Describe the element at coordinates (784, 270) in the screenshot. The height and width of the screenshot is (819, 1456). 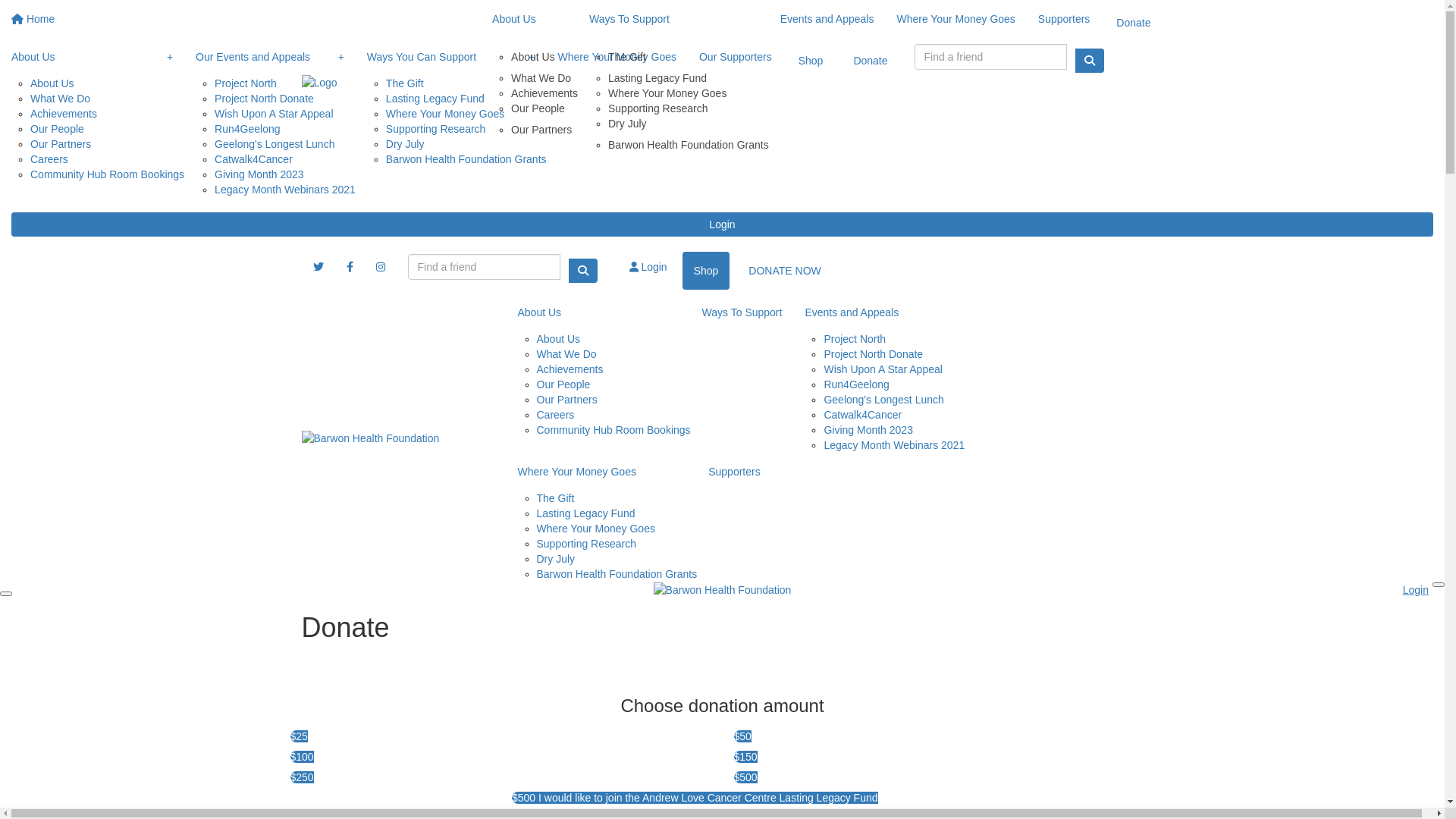
I see `'DONATE NOW'` at that location.